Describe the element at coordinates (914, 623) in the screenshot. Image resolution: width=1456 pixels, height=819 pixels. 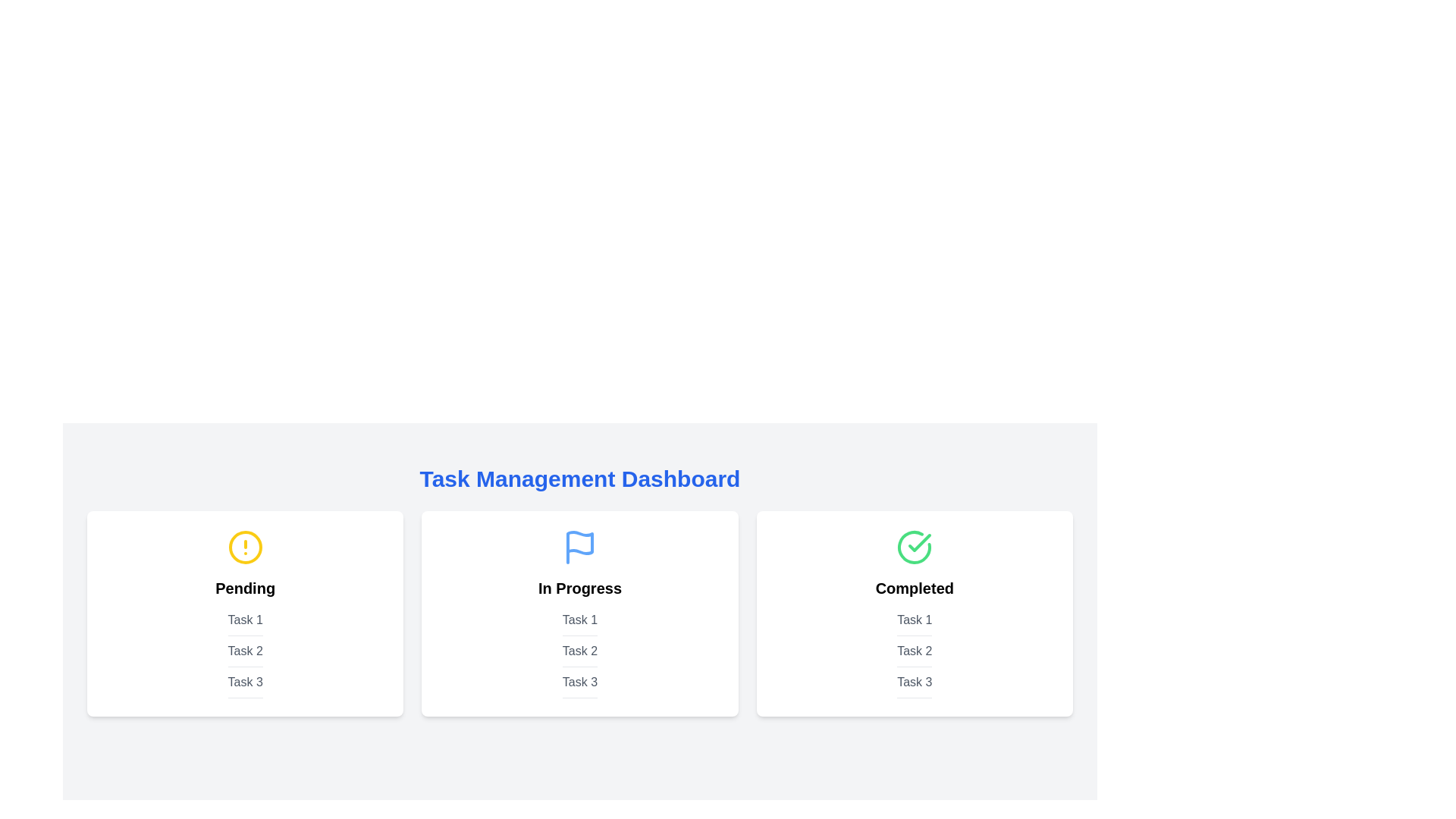
I see `the text item displaying 'Task 1' in the Completed section of the task management interface` at that location.